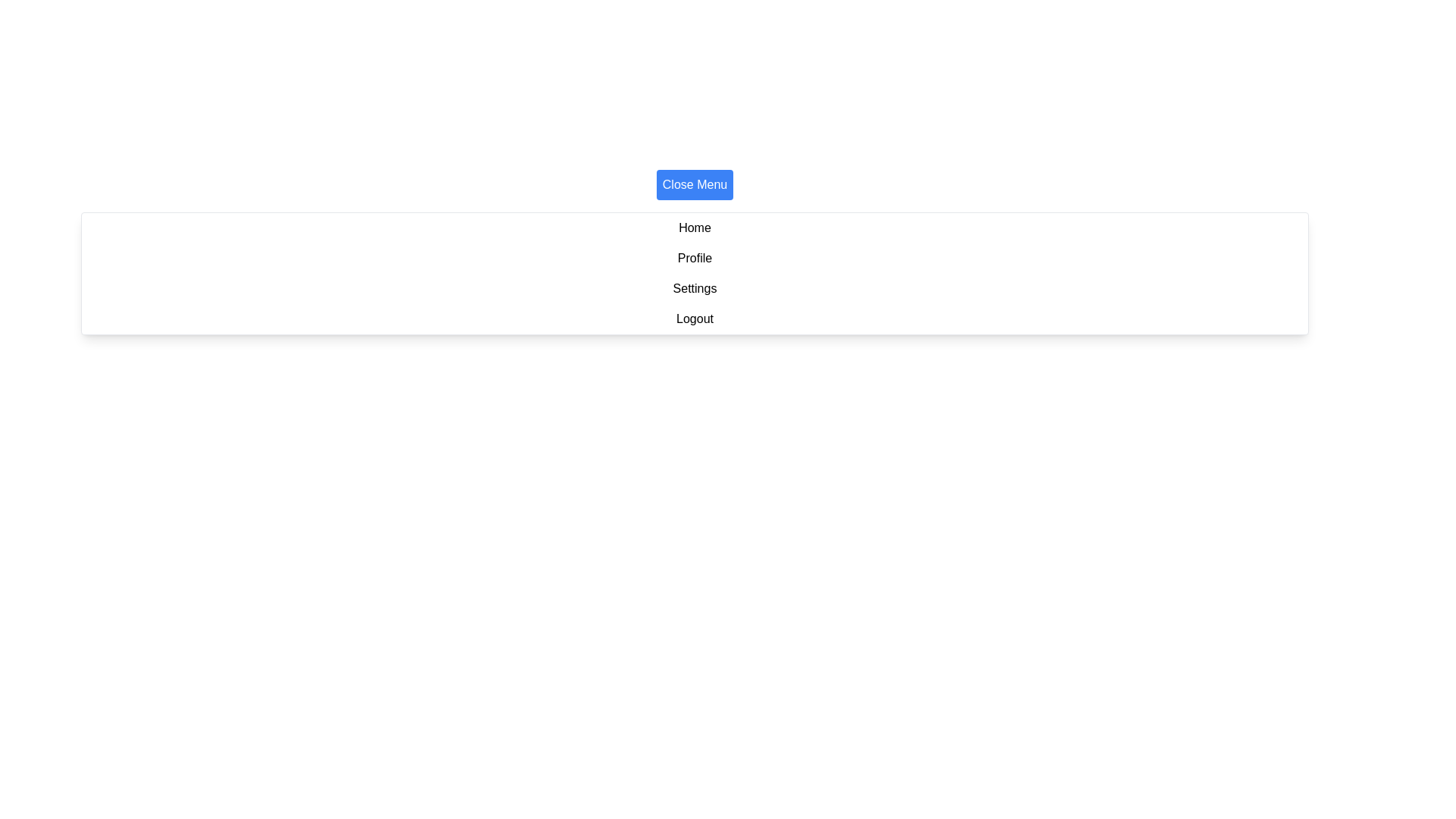  What do you see at coordinates (694, 257) in the screenshot?
I see `the 'Profile' text label in the vertical menu` at bounding box center [694, 257].